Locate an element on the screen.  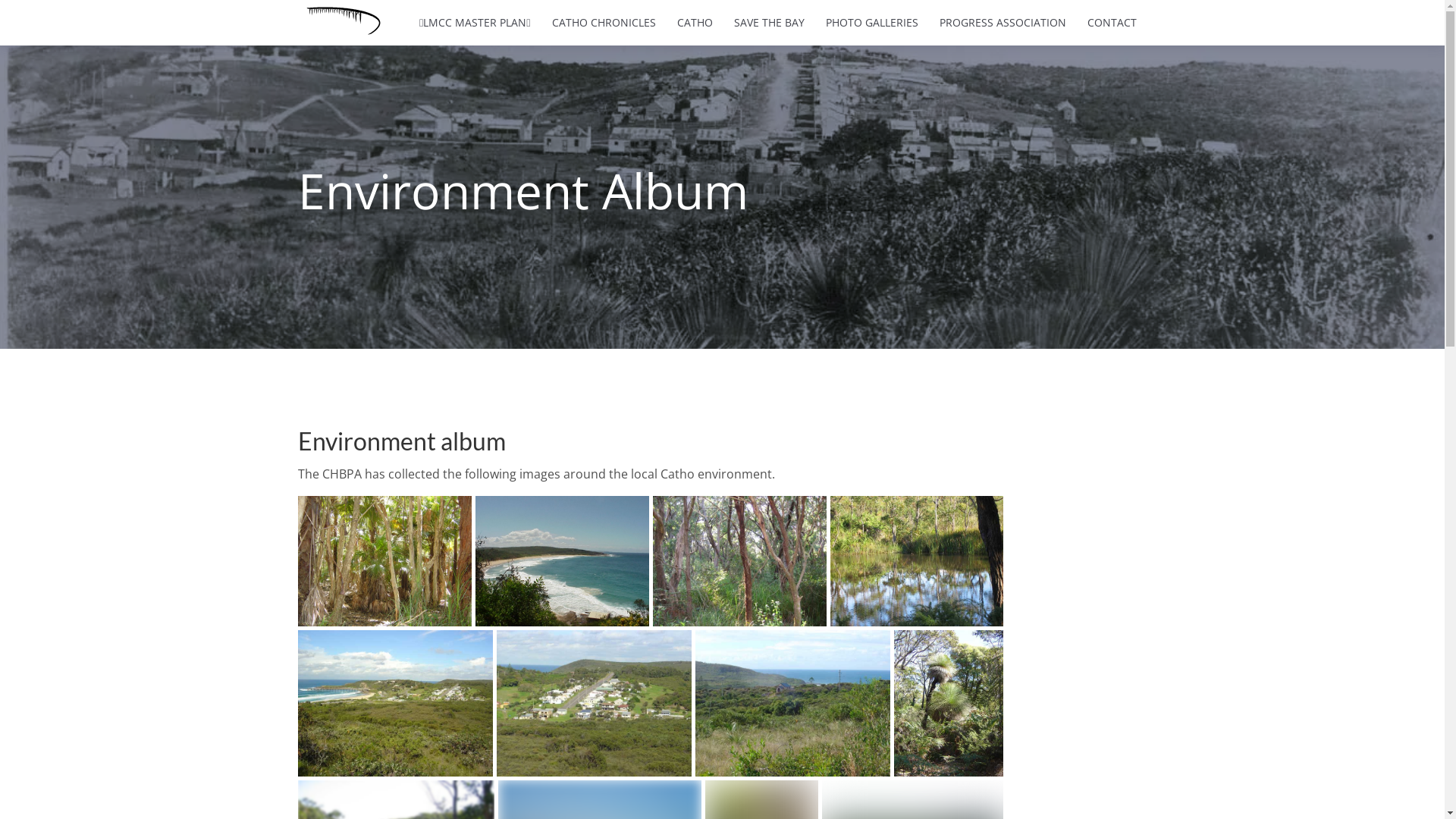
'SAVE THE BAY' is located at coordinates (769, 22).